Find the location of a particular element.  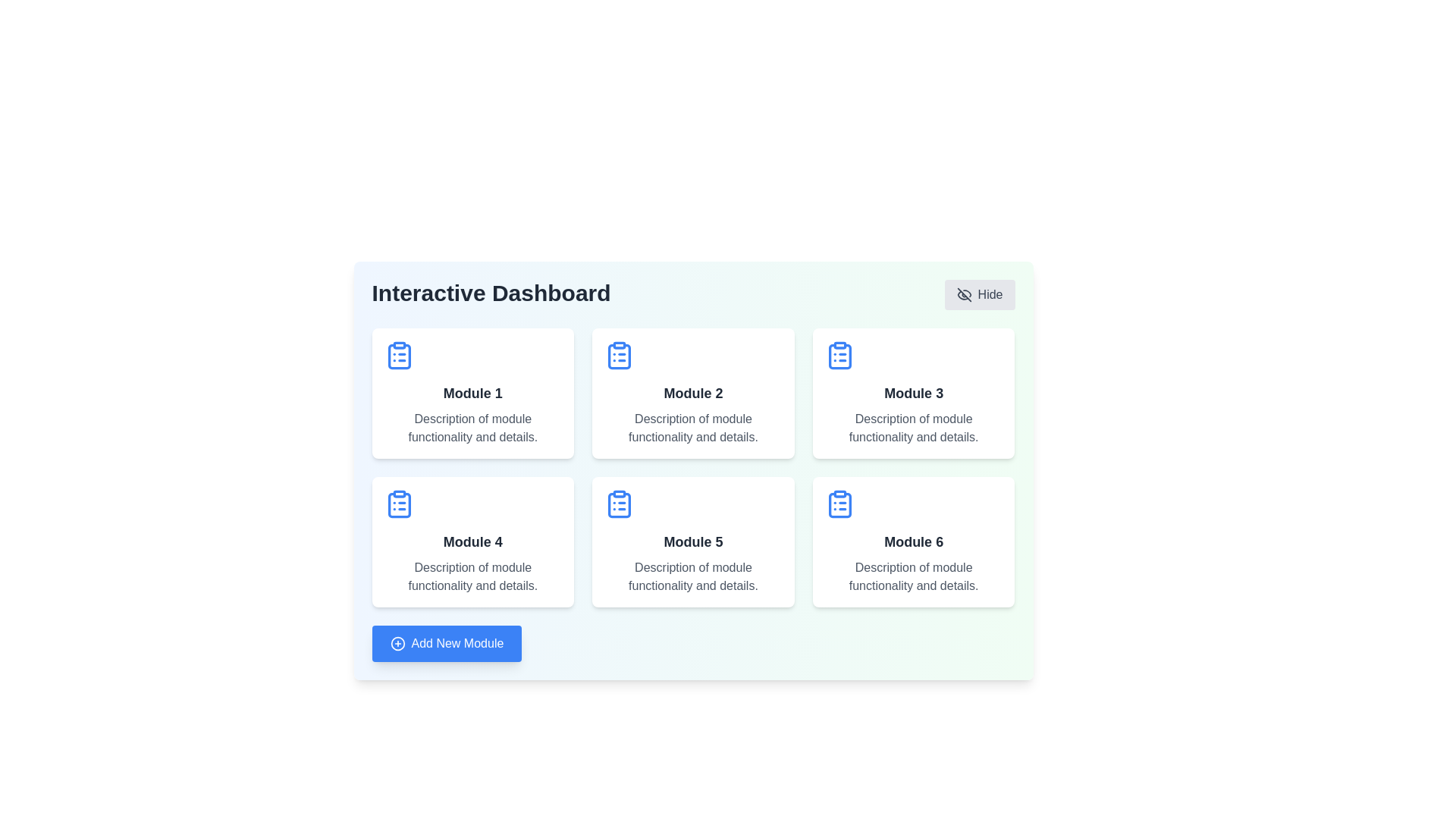

the Card element displaying information about 'Module 1', which is located in the top-left corner of the module grid is located at coordinates (472, 393).